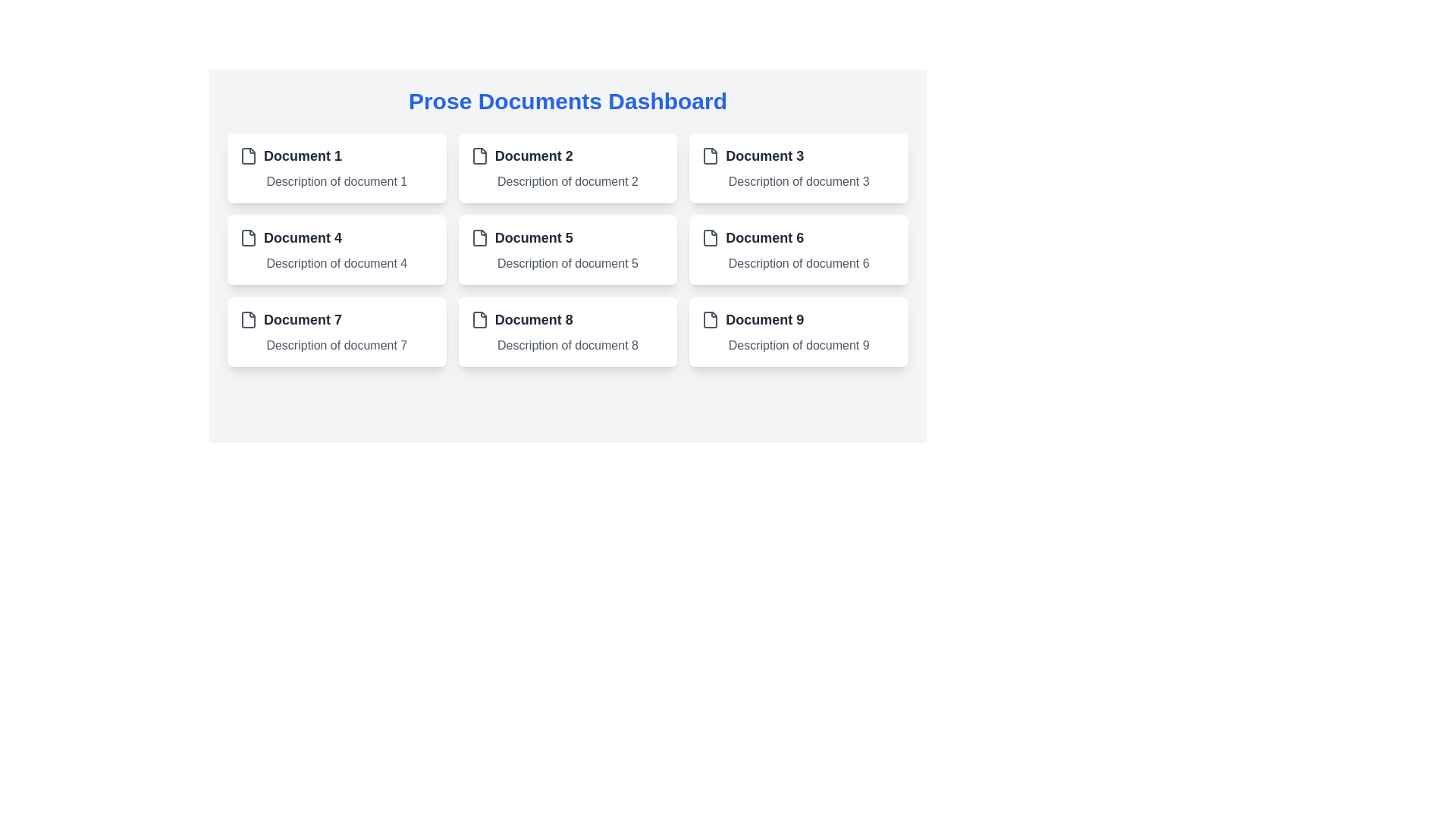 The width and height of the screenshot is (1456, 819). What do you see at coordinates (479, 155) in the screenshot?
I see `the icon representing 'Document 2', which is positioned to the left of the text elements 'Document 2' and 'Description of document 2'` at bounding box center [479, 155].